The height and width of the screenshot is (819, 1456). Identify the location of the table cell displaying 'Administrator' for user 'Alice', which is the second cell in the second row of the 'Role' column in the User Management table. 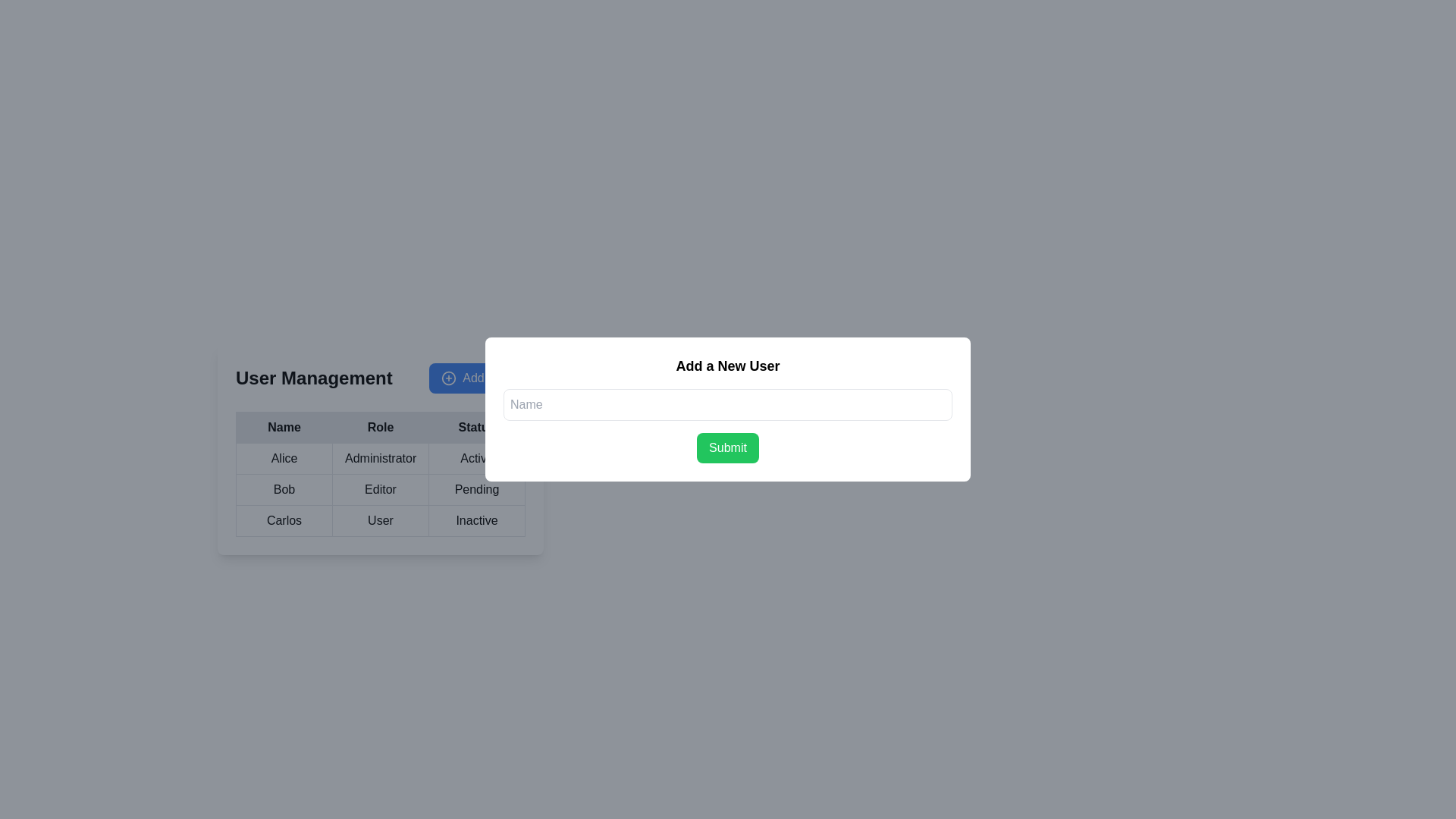
(381, 449).